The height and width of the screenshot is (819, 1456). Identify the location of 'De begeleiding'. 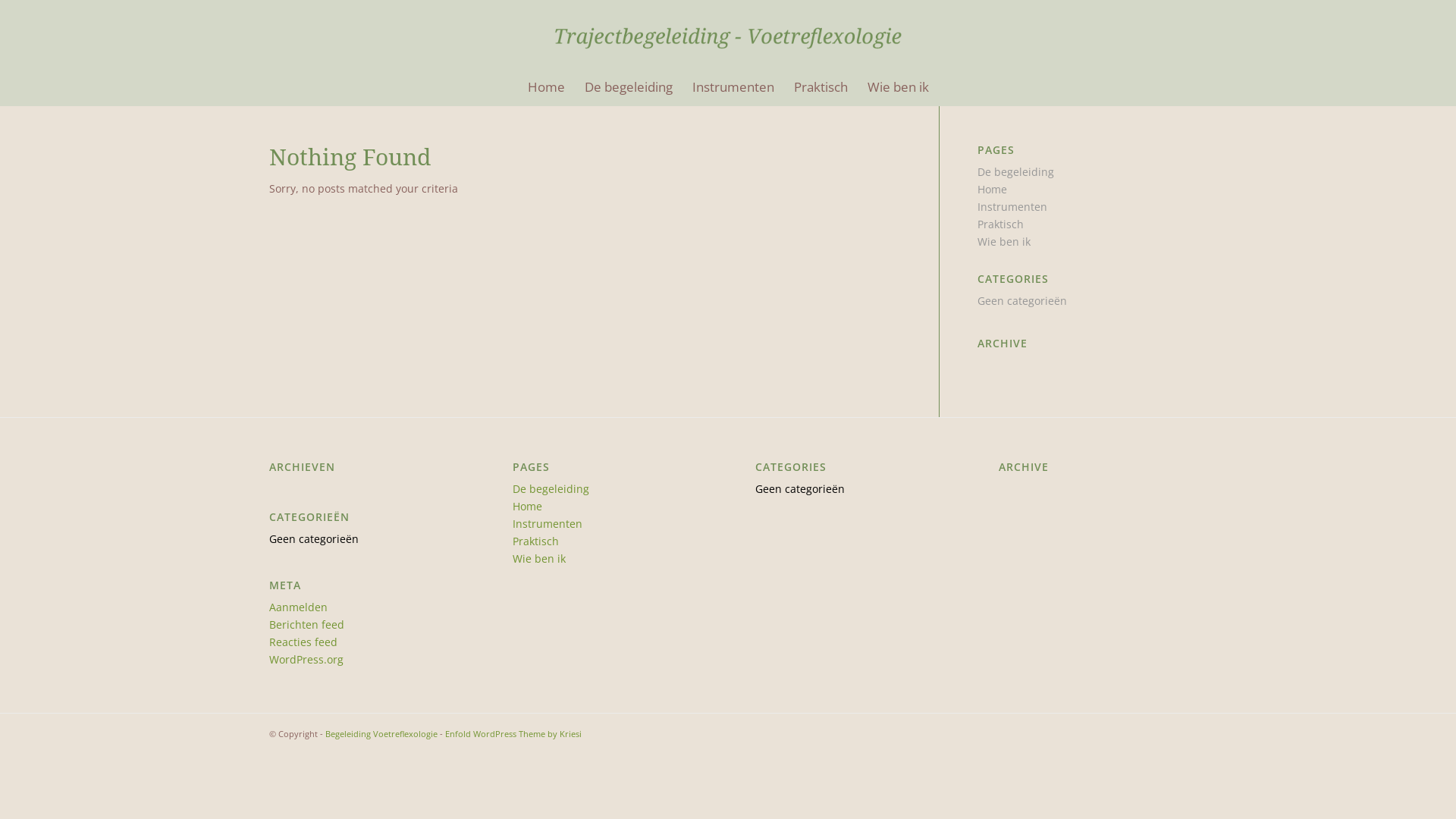
(629, 87).